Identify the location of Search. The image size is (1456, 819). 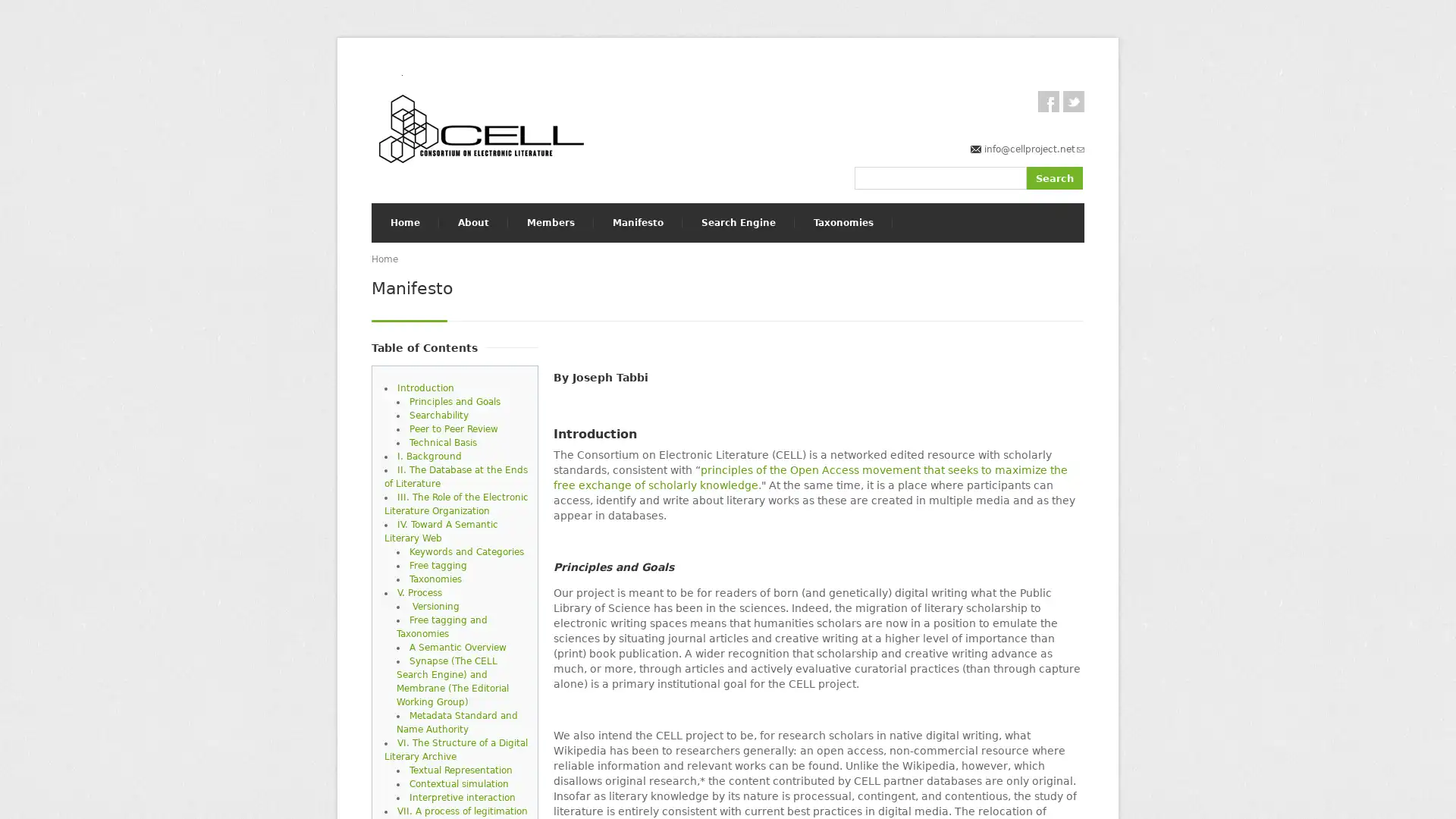
(1054, 177).